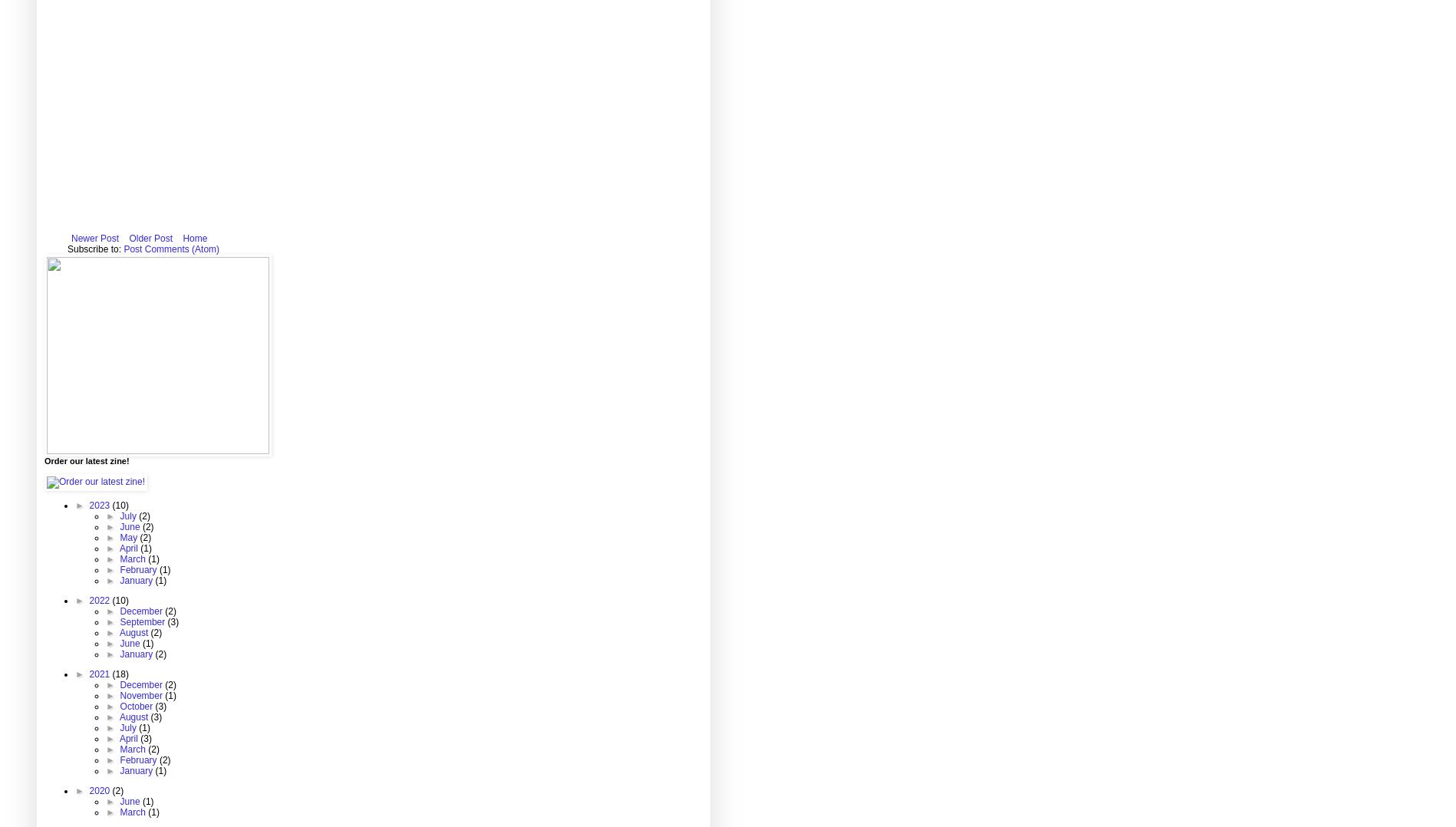 This screenshot has width=1456, height=827. Describe the element at coordinates (170, 249) in the screenshot. I see `'Post Comments (Atom)'` at that location.